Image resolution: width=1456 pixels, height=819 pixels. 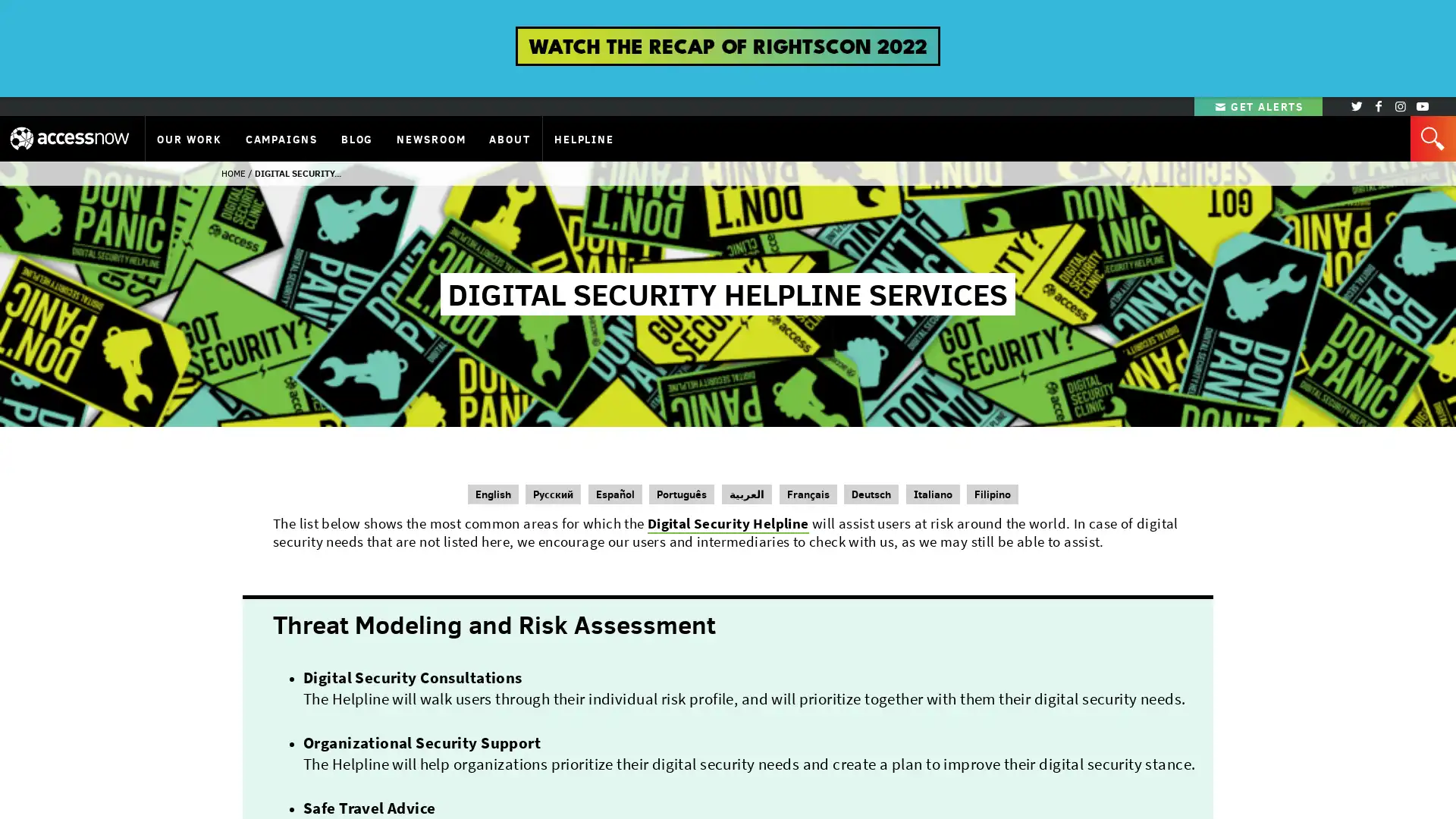 I want to click on Search, so click(x=1432, y=153).